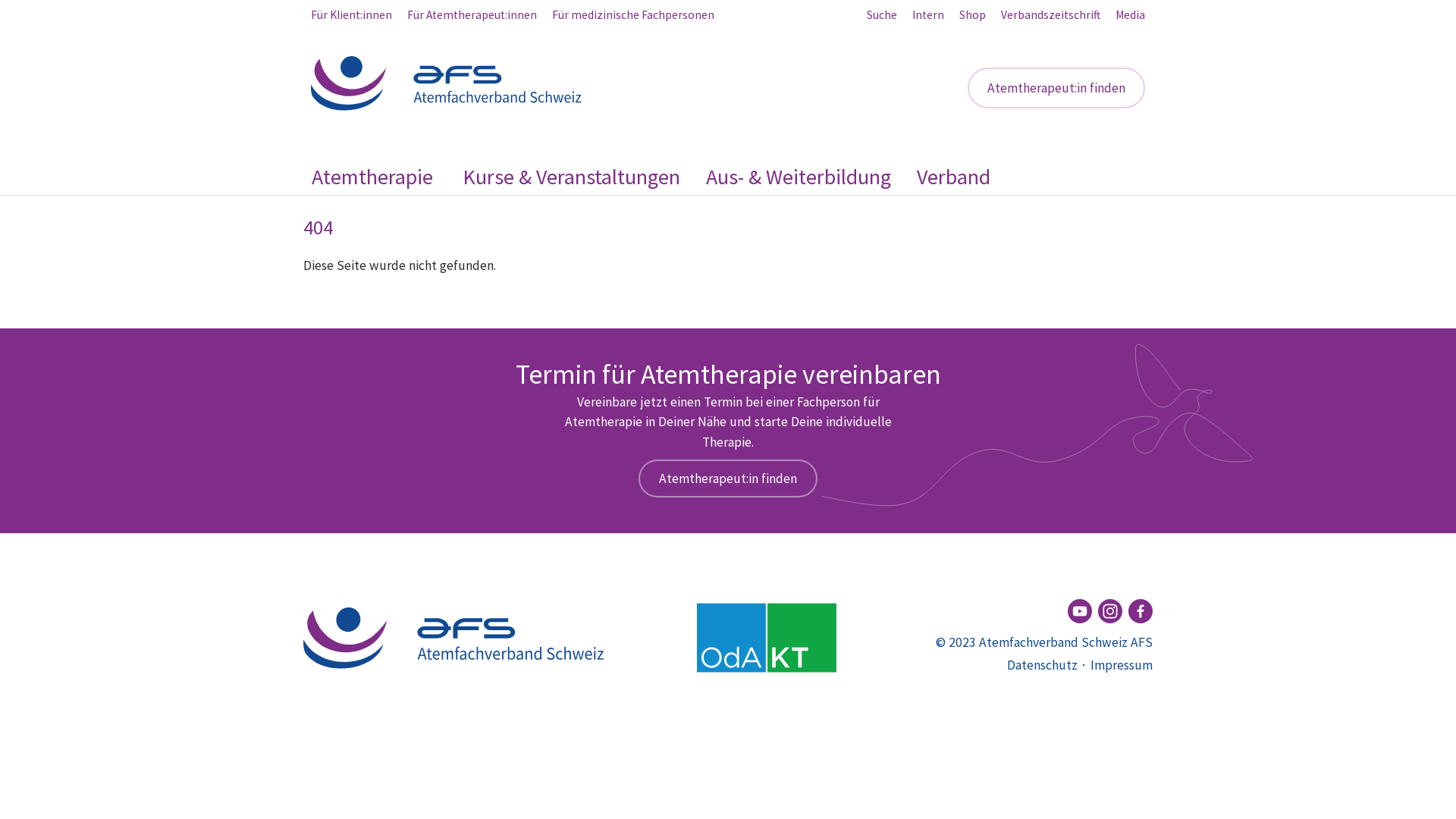 This screenshot has height=819, width=1456. Describe the element at coordinates (952, 175) in the screenshot. I see `'Verband'` at that location.